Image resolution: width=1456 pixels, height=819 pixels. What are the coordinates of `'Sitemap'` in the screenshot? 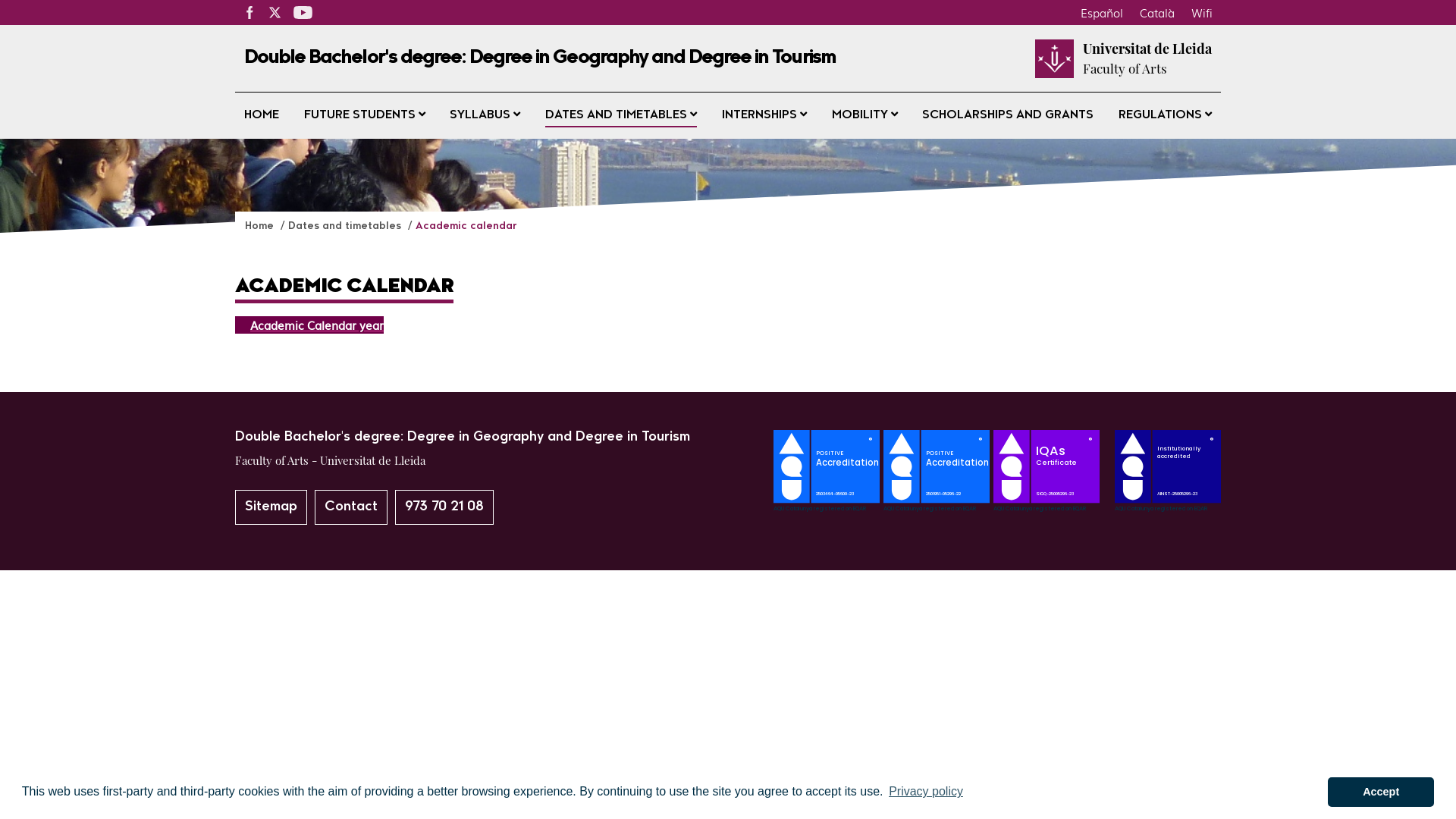 It's located at (271, 507).